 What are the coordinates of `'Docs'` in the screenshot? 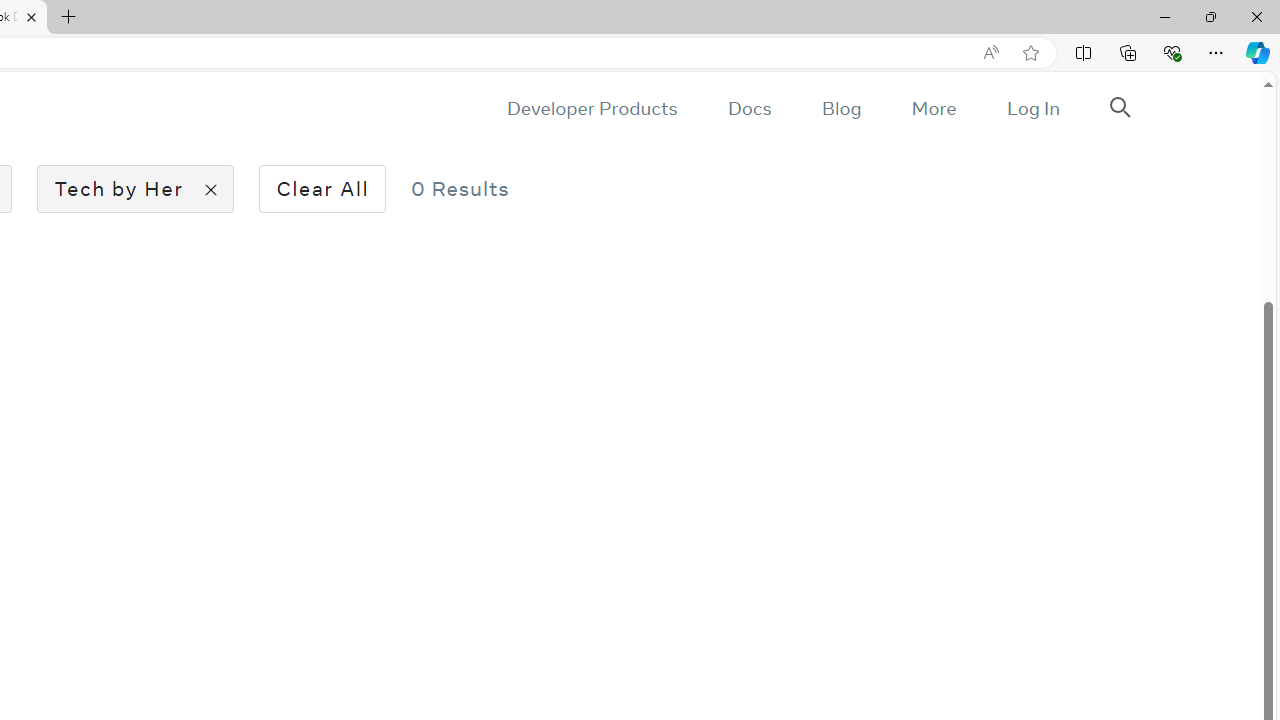 It's located at (748, 108).